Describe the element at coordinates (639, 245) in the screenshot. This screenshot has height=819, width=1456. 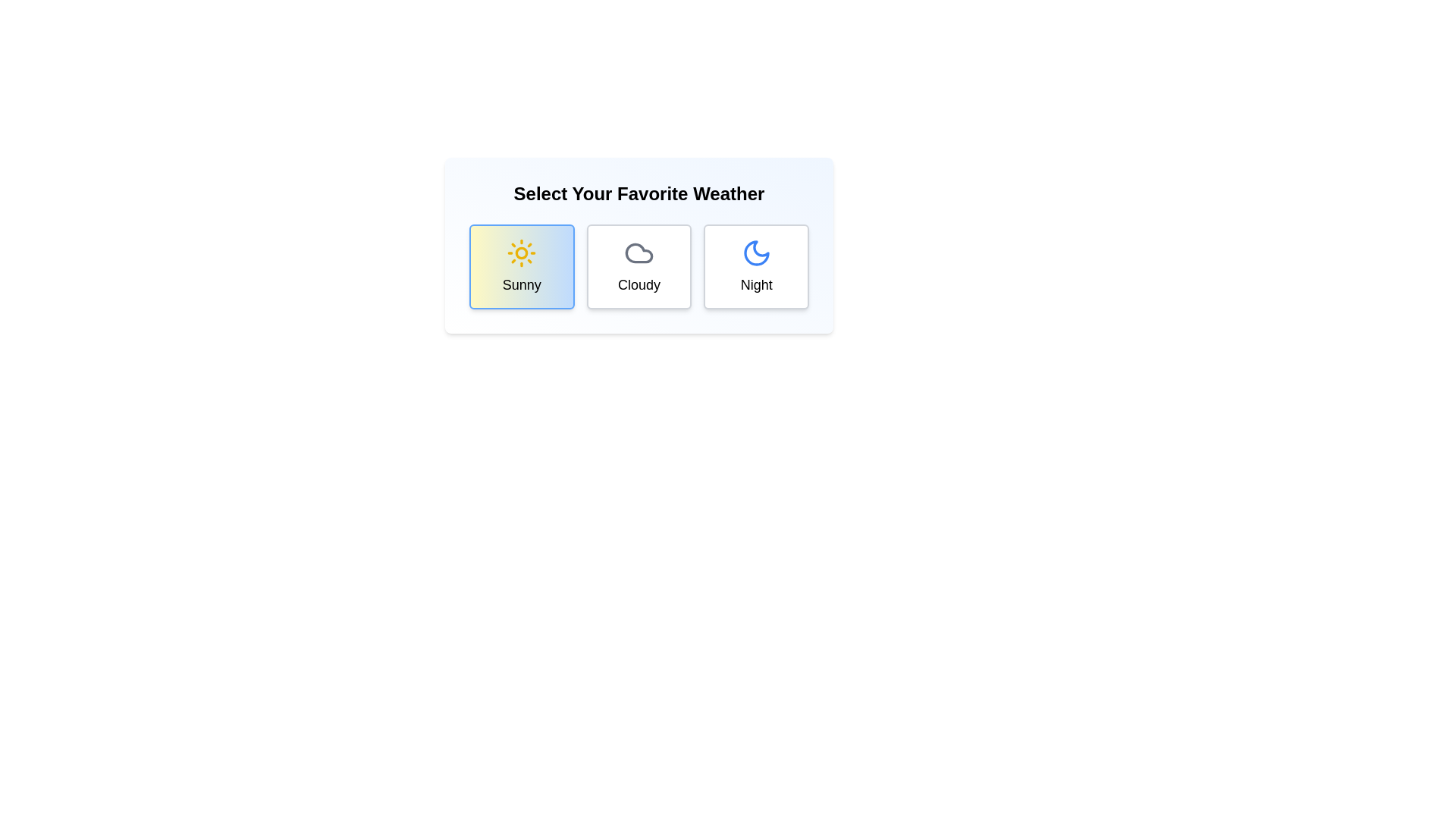
I see `any weather card within the interactive card group, which features a gradient background and includes the title 'Select Your Favorite Weather' along with three weather options: Sunny, Cloudy, and Night` at that location.